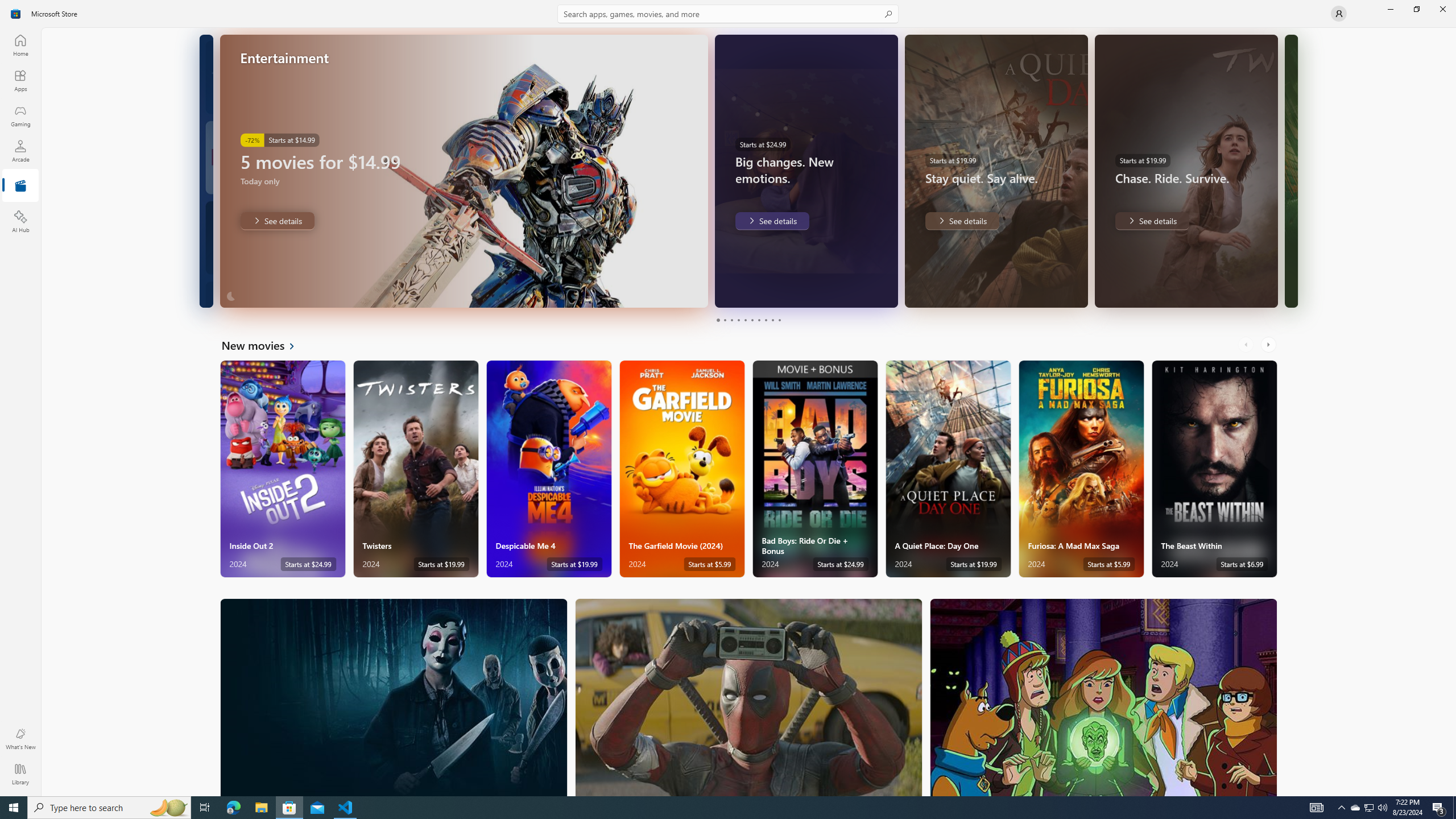  I want to click on 'The Garfield Movie (2024). Starts at $5.99  ', so click(681, 469).